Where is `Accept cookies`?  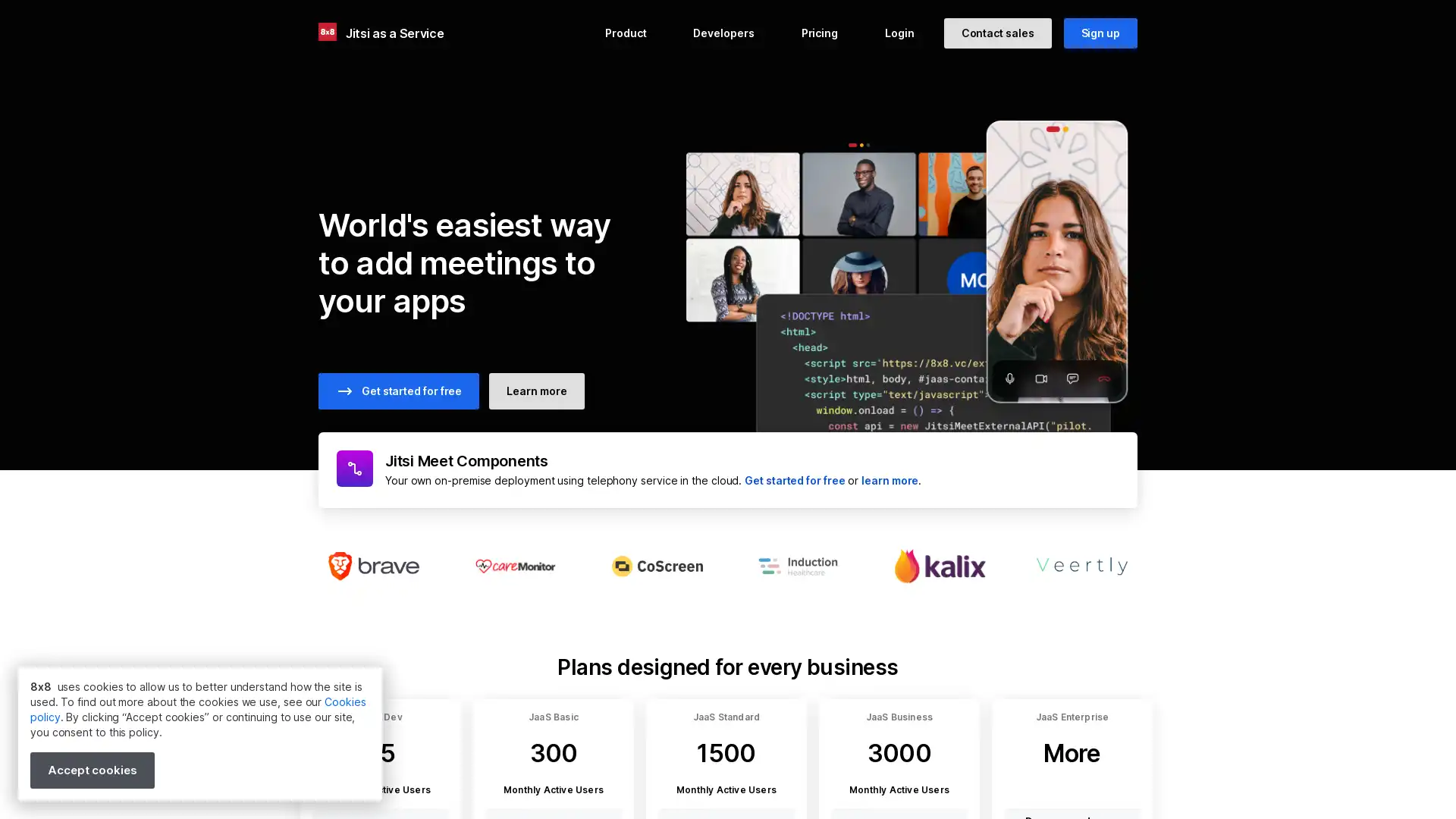
Accept cookies is located at coordinates (91, 770).